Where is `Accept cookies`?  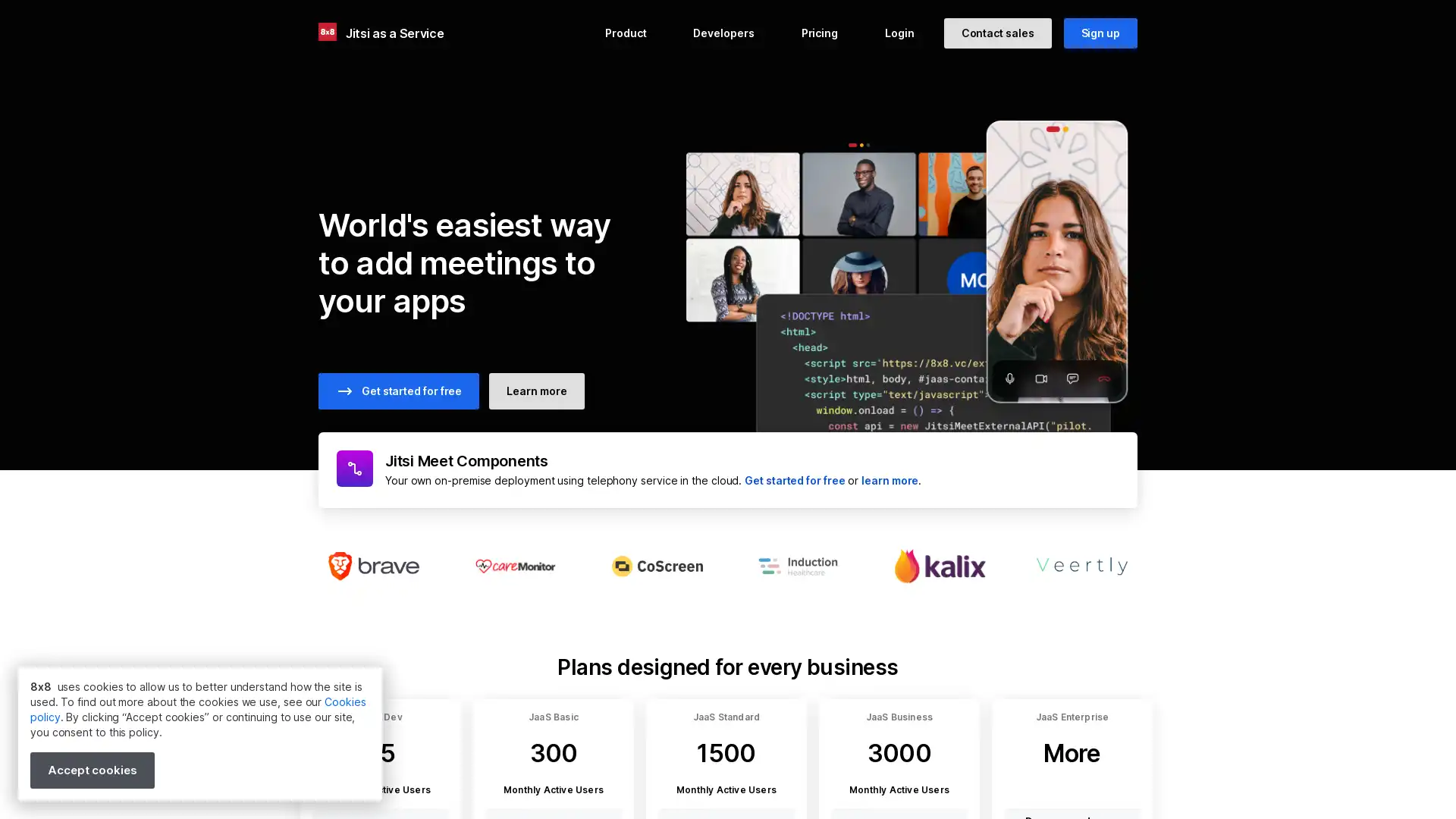
Accept cookies is located at coordinates (91, 770).